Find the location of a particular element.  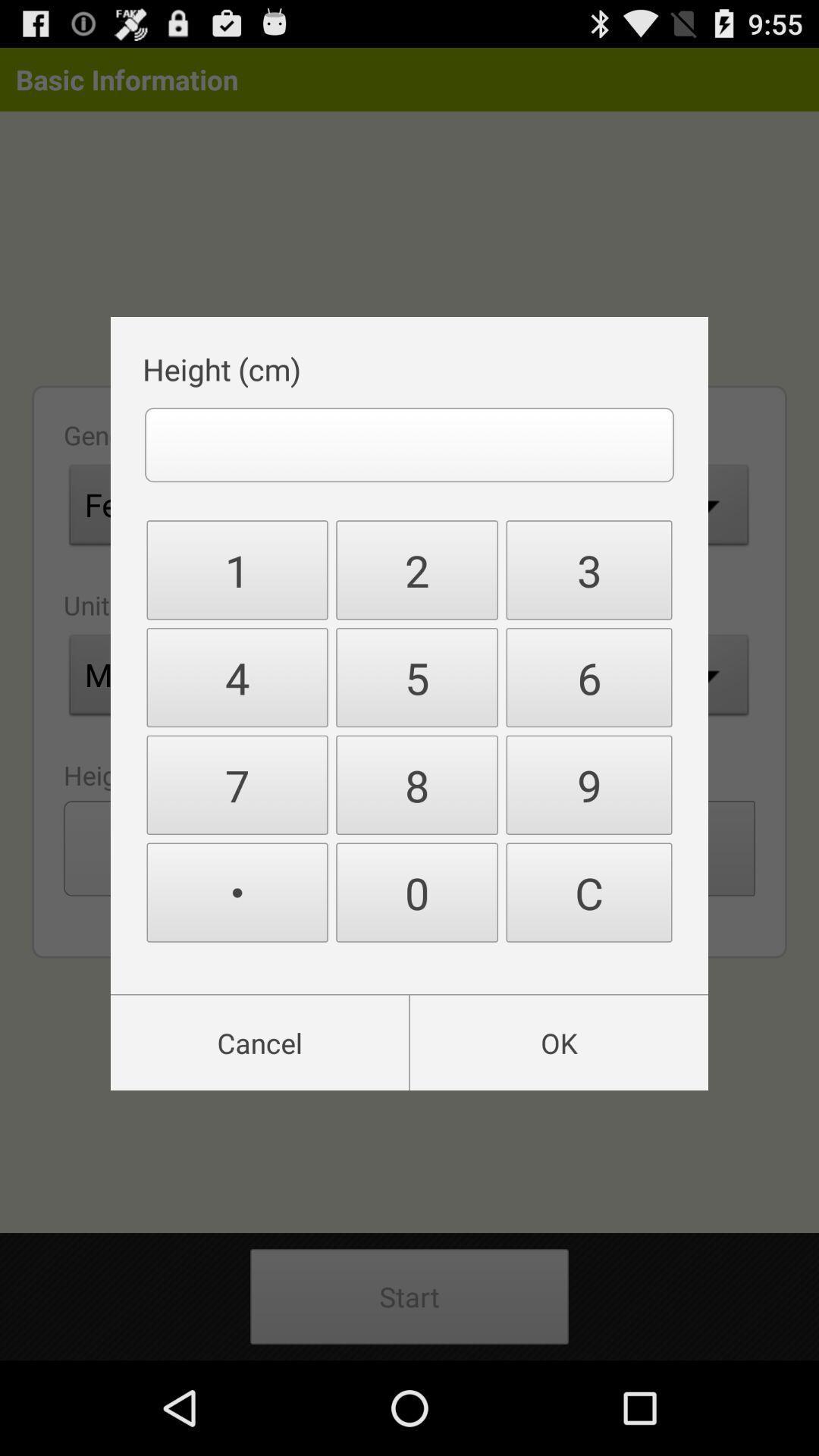

the item above the 7 is located at coordinates (237, 676).